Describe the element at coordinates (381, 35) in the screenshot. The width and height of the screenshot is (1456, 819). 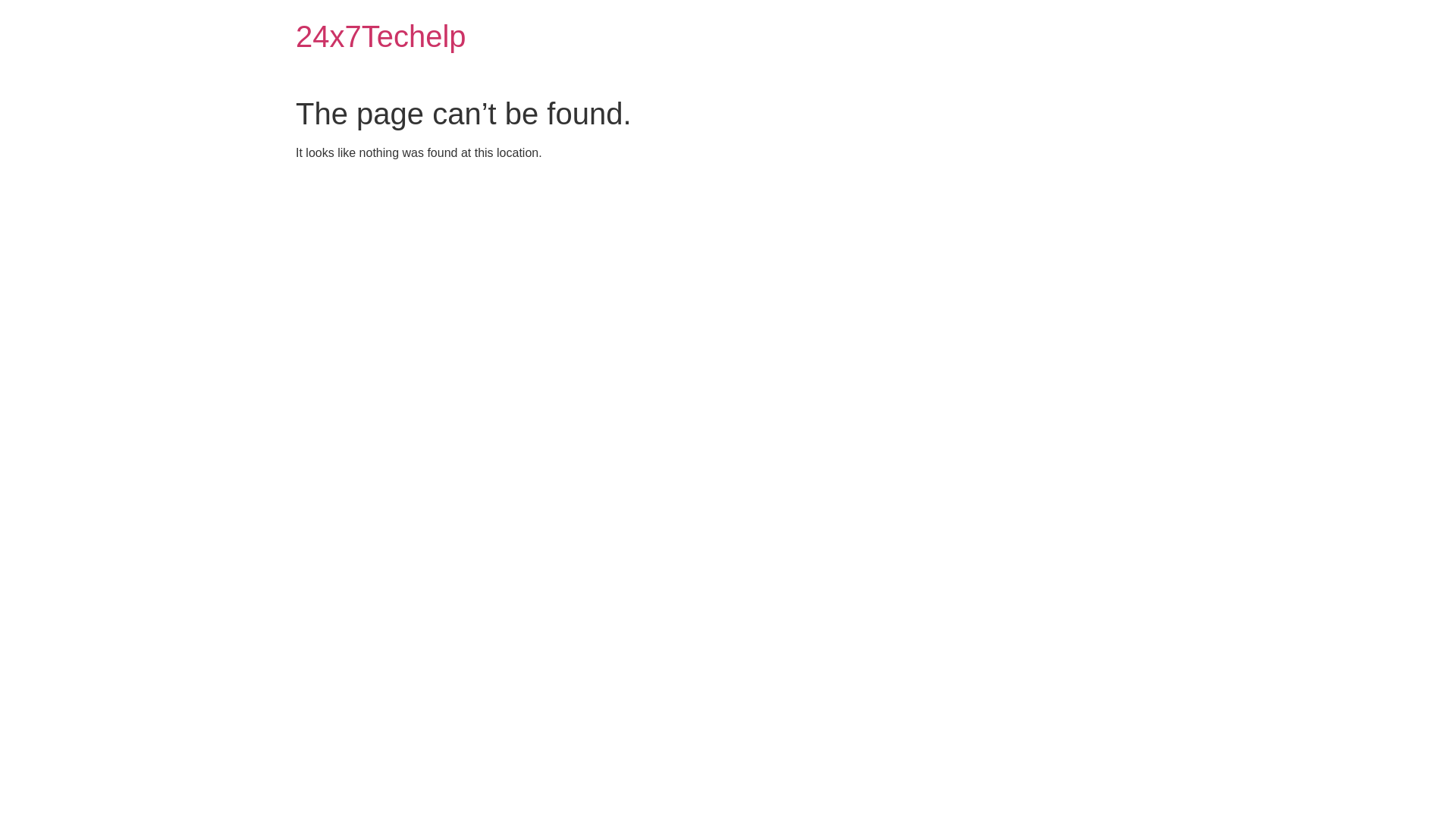
I see `'24x7Techelp'` at that location.